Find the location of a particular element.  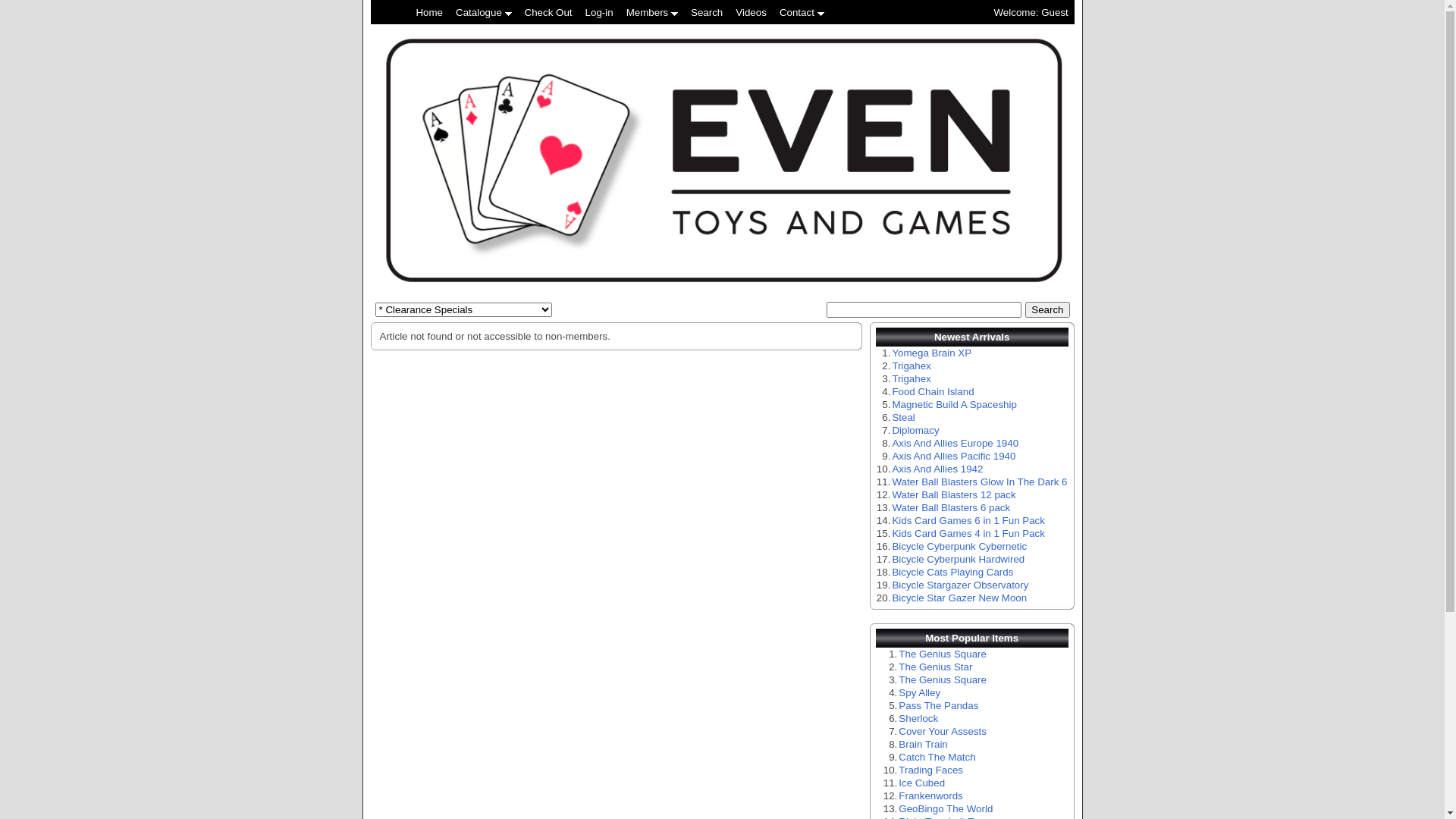

'Axis And Allies Pacific 1940' is located at coordinates (952, 455).